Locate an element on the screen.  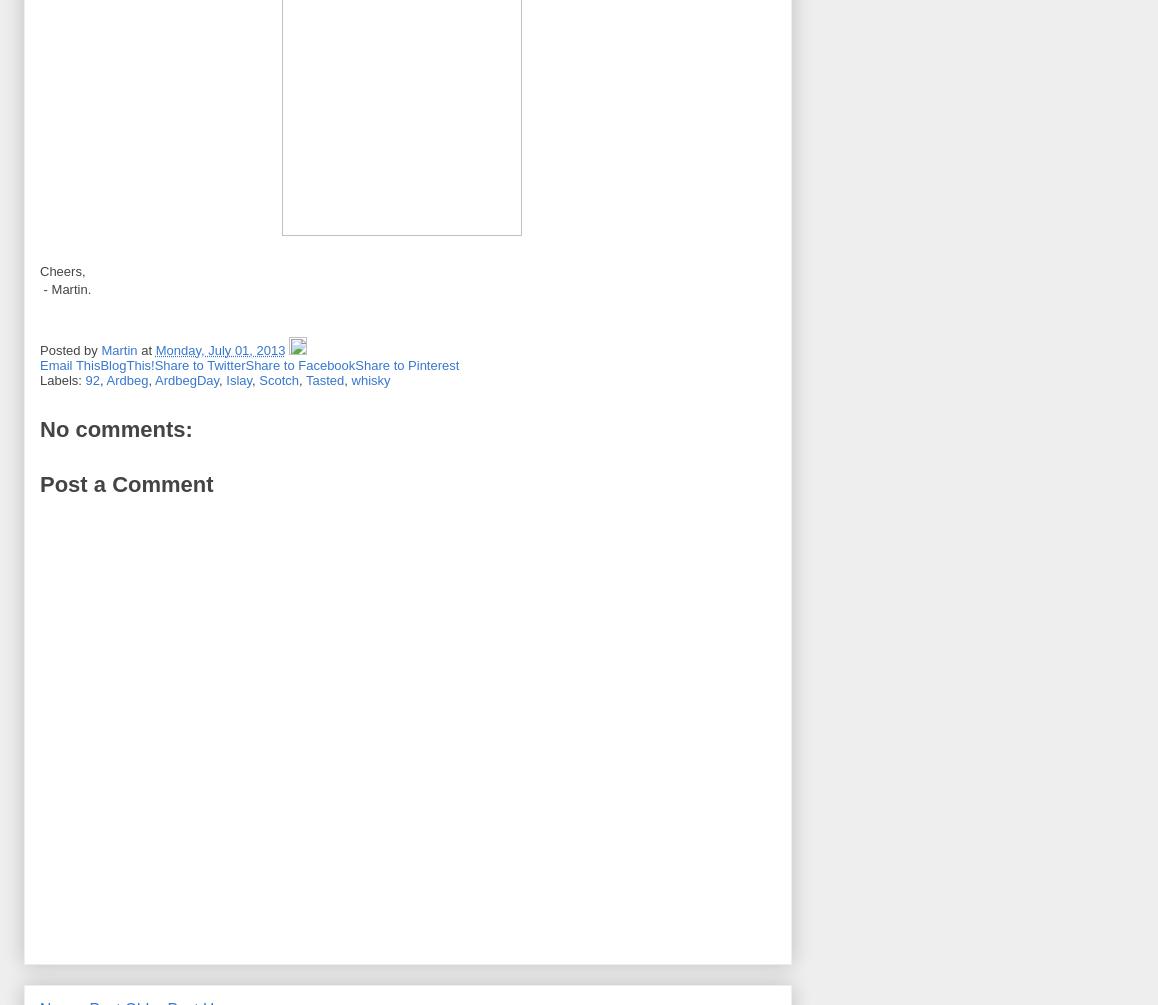
'BlogThis!' is located at coordinates (126, 364).